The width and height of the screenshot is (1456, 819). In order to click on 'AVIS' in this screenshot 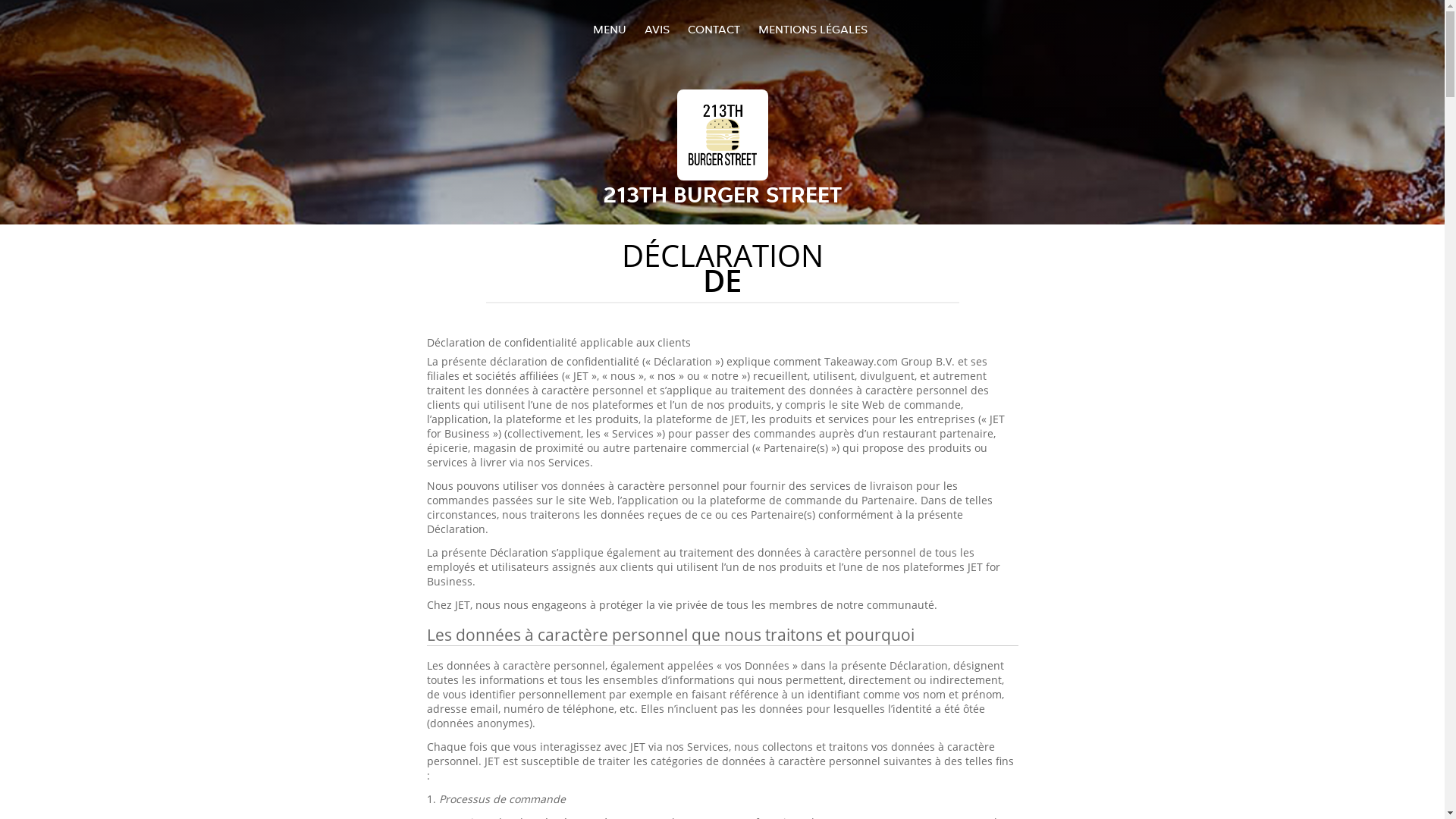, I will do `click(657, 29)`.